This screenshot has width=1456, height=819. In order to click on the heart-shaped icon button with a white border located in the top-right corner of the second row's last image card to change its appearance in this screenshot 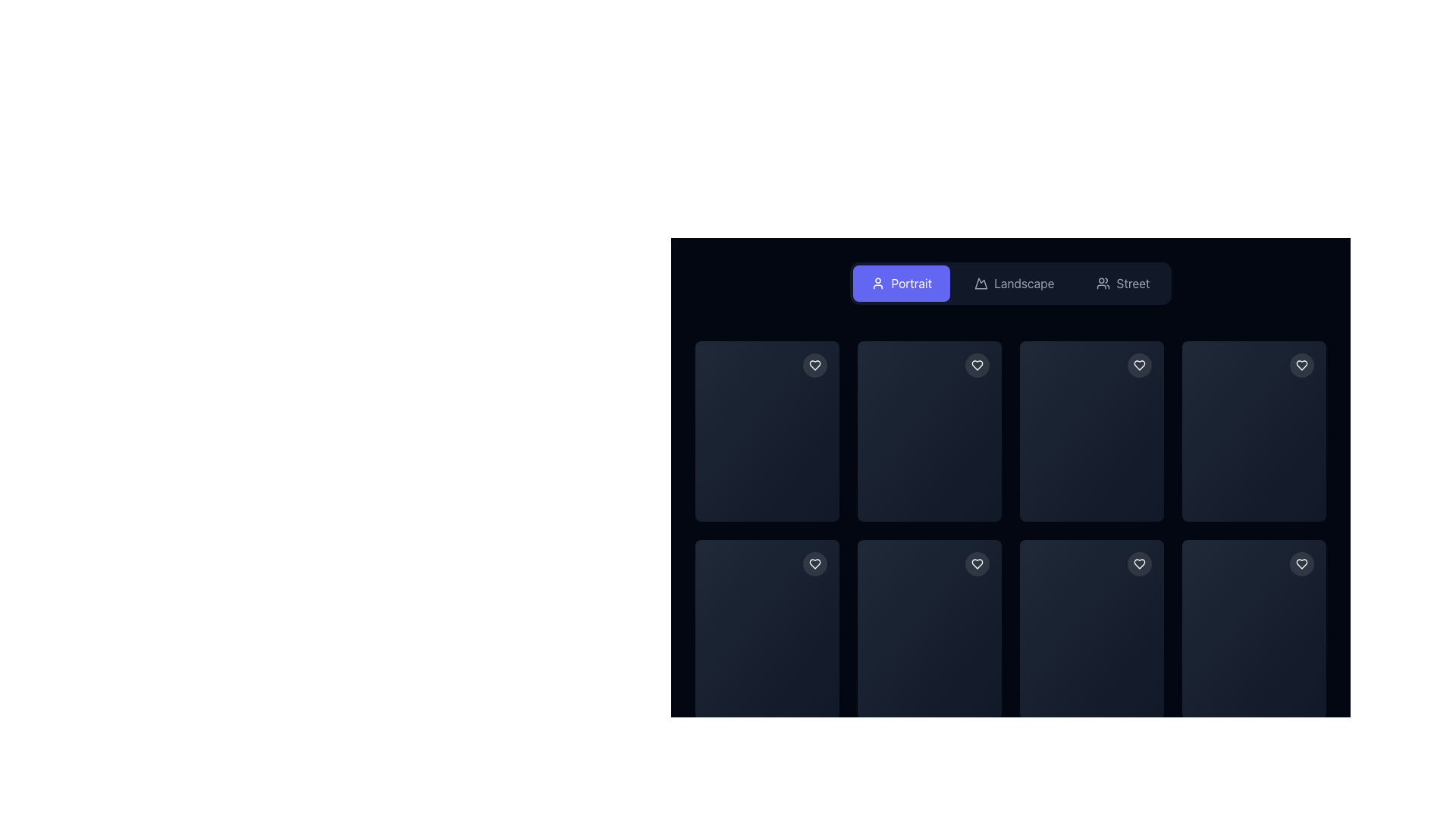, I will do `click(814, 563)`.